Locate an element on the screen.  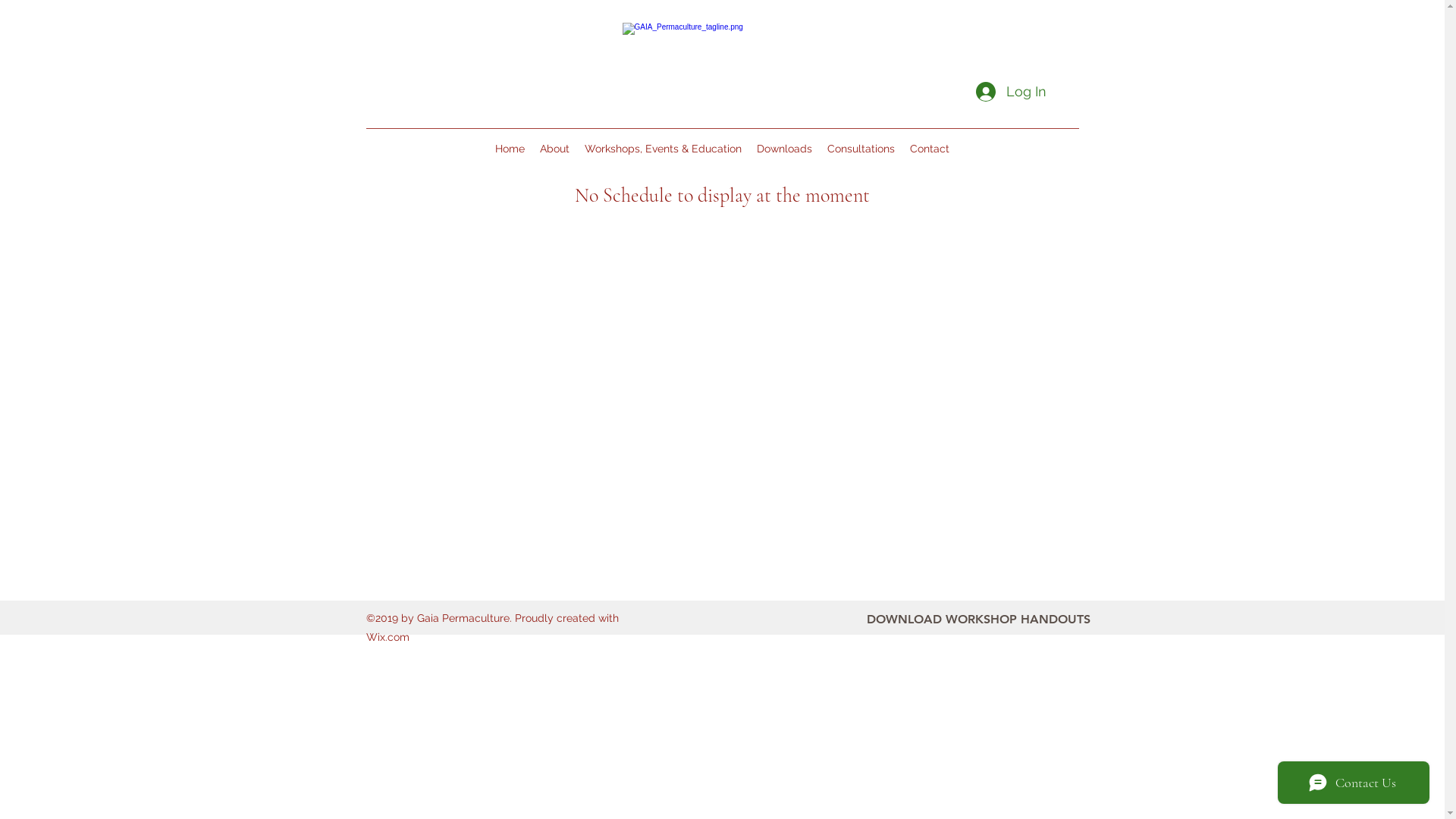
'Log In' is located at coordinates (1009, 91).